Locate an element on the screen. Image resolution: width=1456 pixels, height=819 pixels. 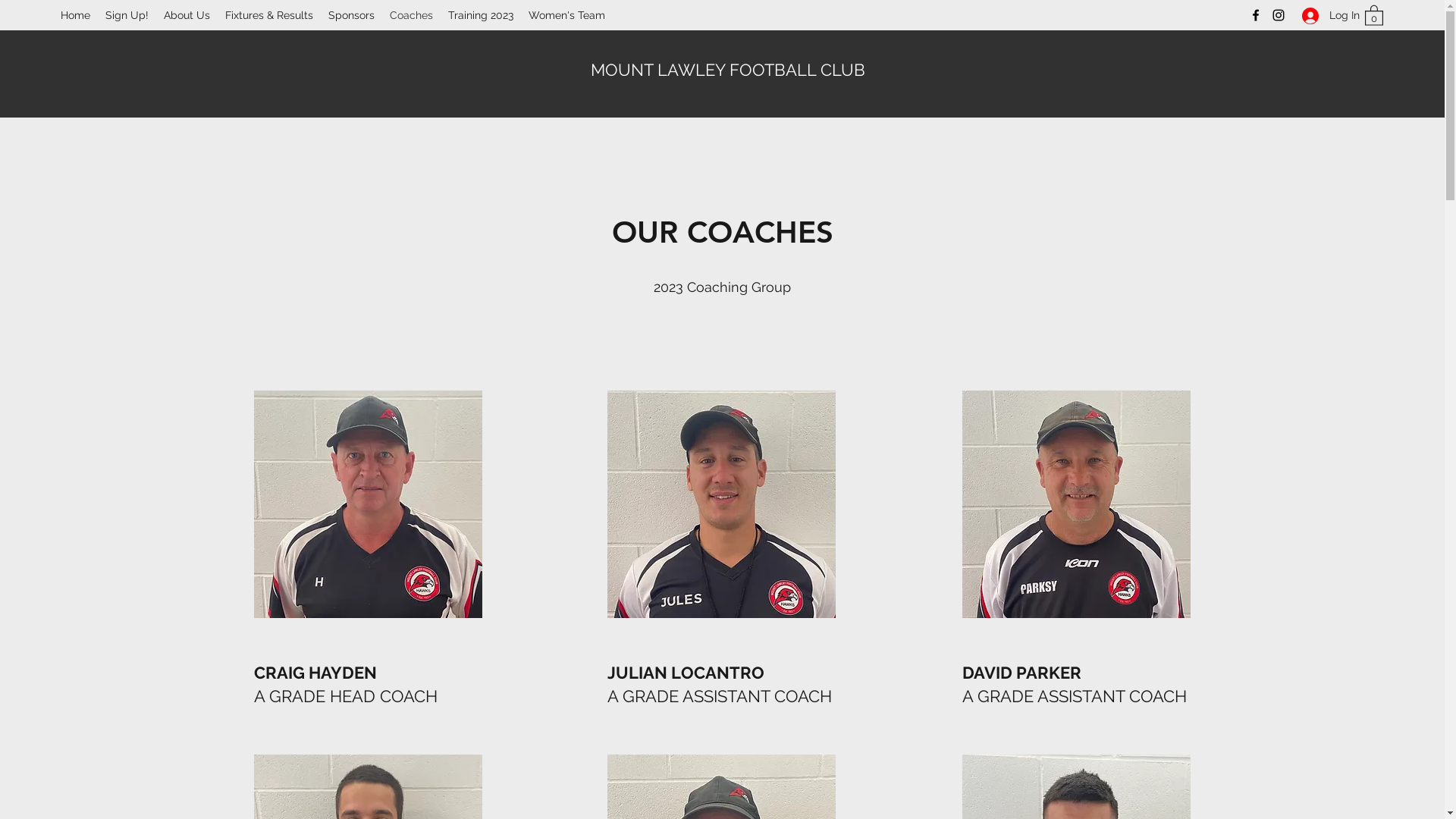
'Training 2023' is located at coordinates (479, 14).